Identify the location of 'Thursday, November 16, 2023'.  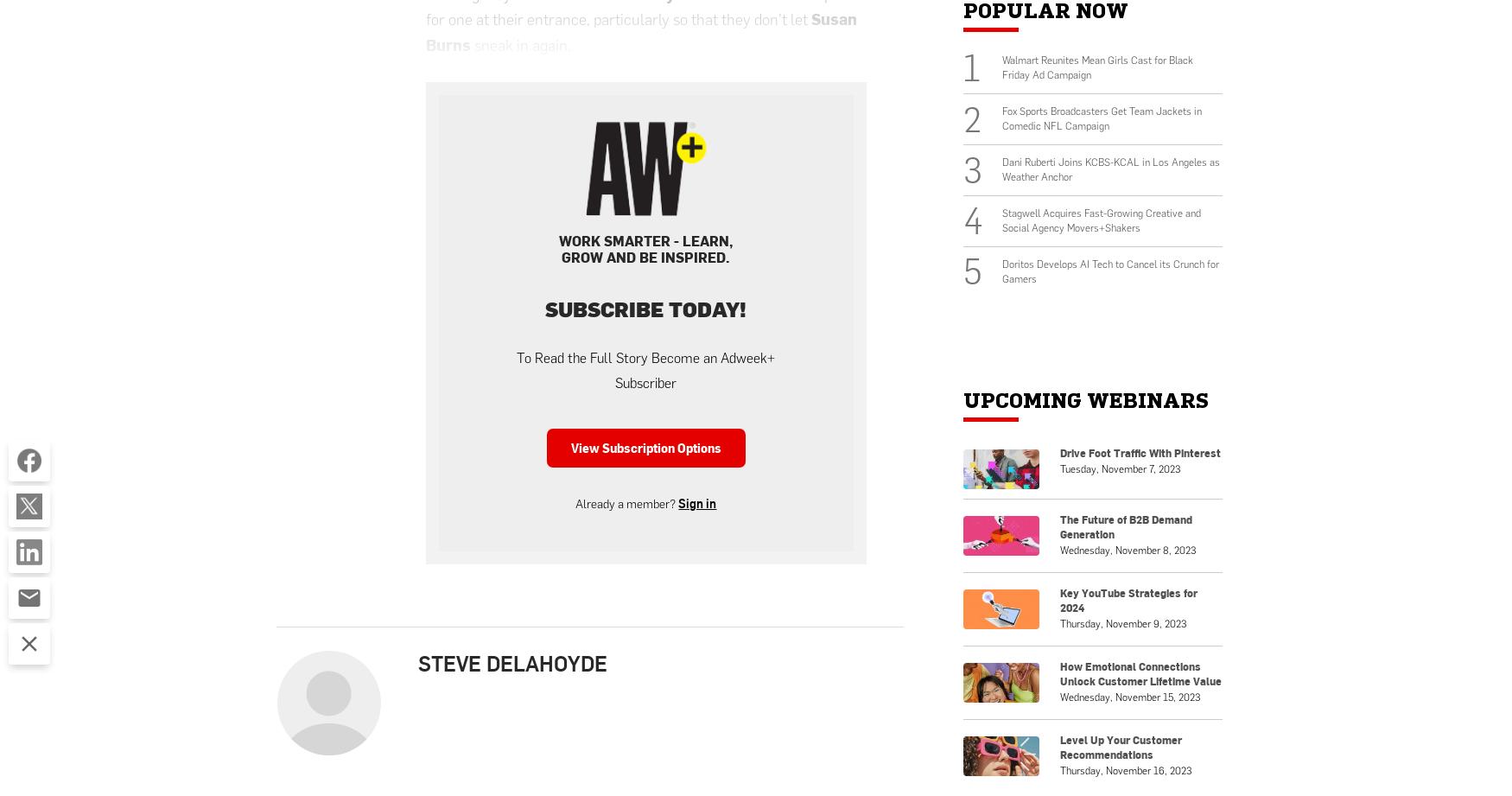
(1124, 768).